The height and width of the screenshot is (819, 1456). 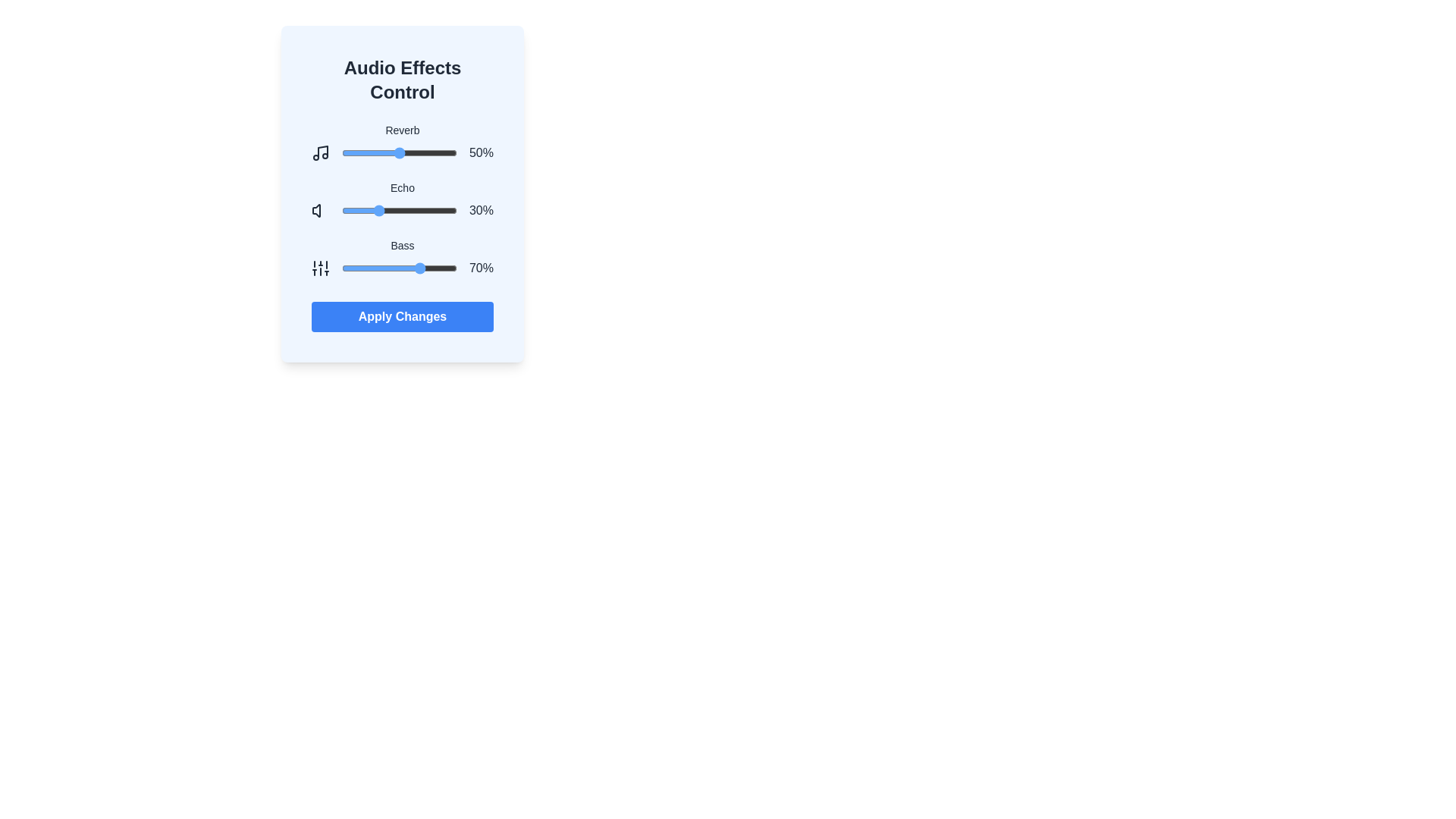 What do you see at coordinates (421, 210) in the screenshot?
I see `the Echo level` at bounding box center [421, 210].